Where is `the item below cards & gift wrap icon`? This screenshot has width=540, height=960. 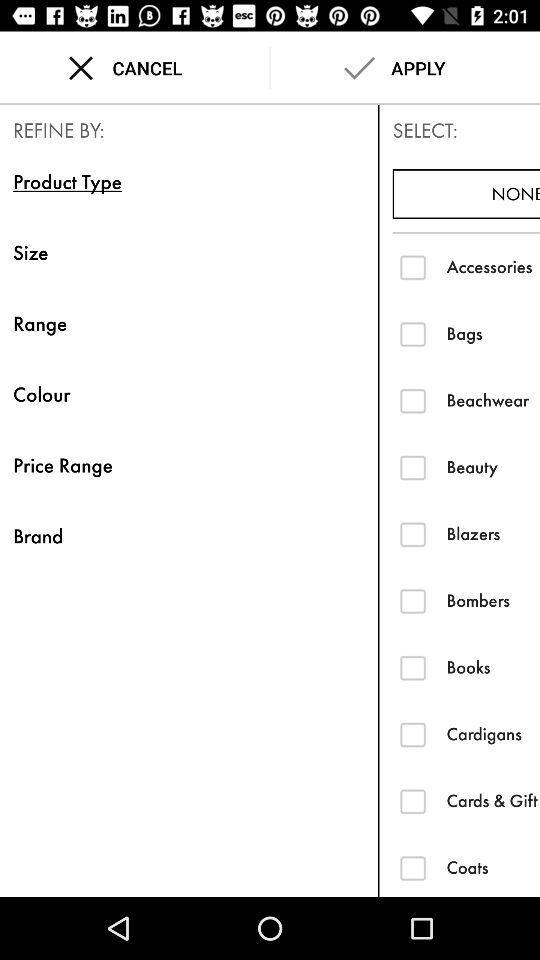
the item below cards & gift wrap icon is located at coordinates (492, 866).